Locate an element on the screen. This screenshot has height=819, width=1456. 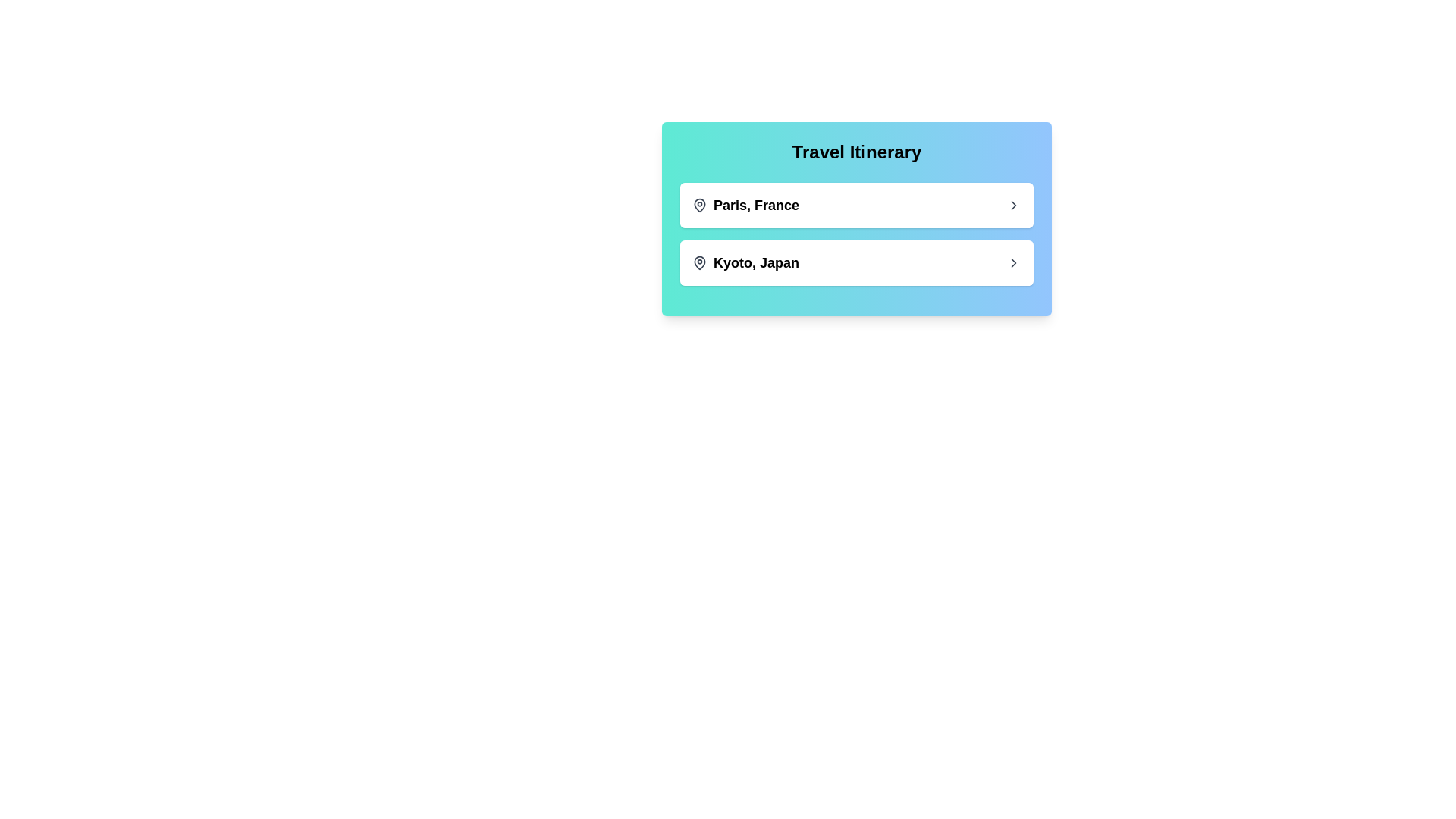
the first selectable list item labeled 'Paris, France' is located at coordinates (856, 205).